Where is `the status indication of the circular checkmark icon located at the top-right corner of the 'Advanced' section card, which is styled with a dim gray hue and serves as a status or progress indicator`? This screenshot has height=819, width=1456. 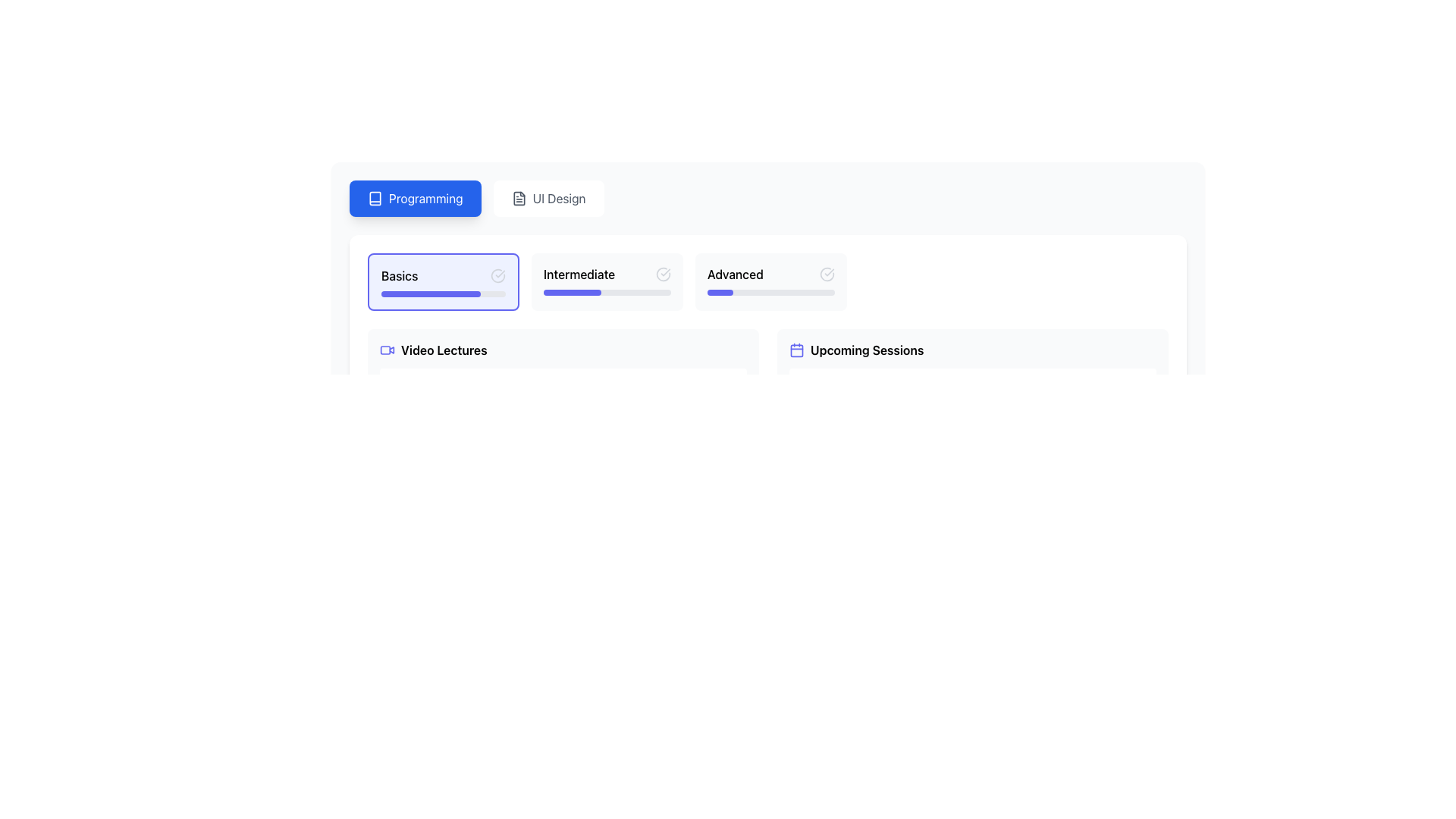
the status indication of the circular checkmark icon located at the top-right corner of the 'Advanced' section card, which is styled with a dim gray hue and serves as a status or progress indicator is located at coordinates (826, 275).